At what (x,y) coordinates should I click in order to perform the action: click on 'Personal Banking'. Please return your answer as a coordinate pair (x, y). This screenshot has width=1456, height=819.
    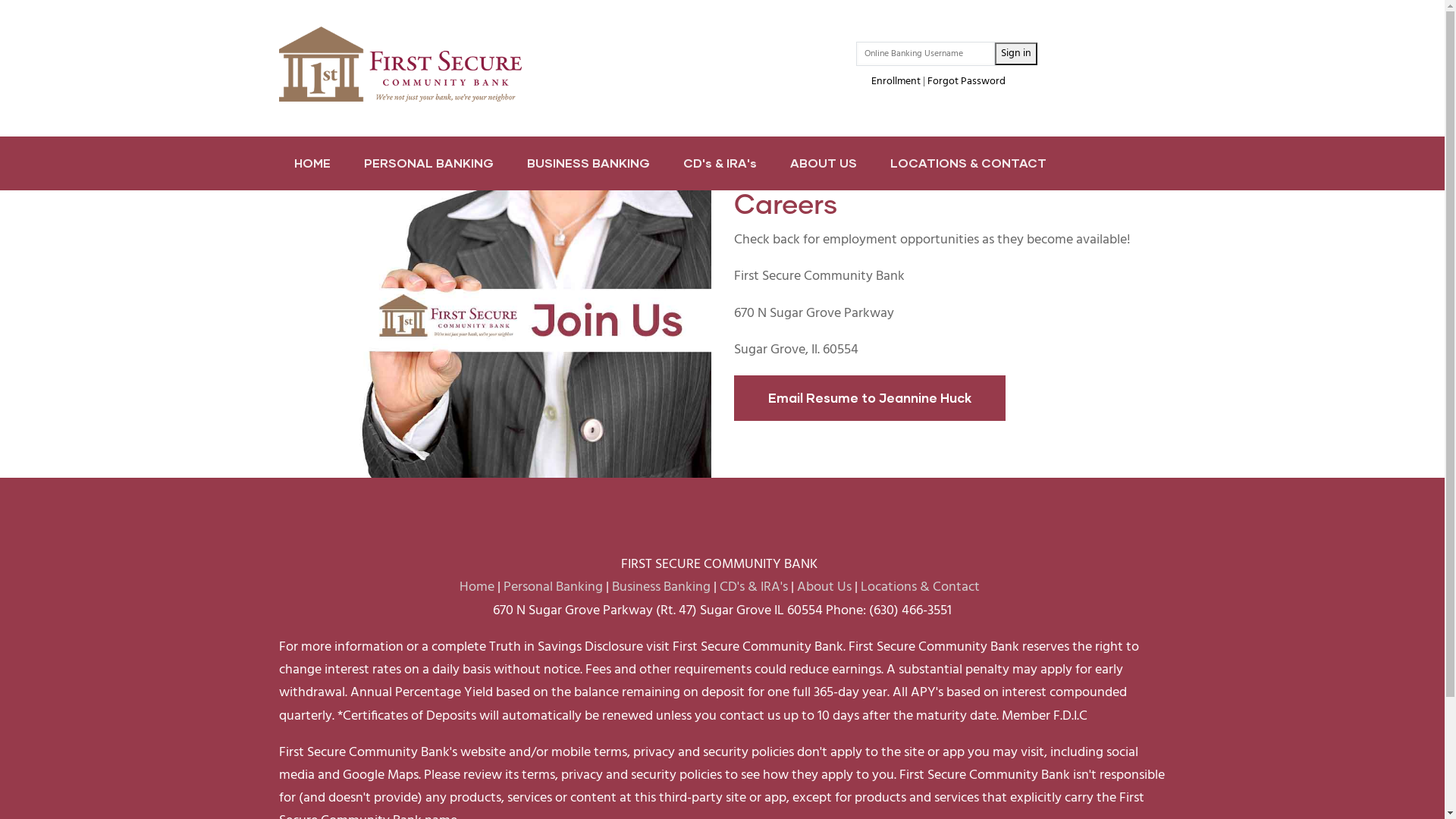
    Looking at the image, I should click on (552, 586).